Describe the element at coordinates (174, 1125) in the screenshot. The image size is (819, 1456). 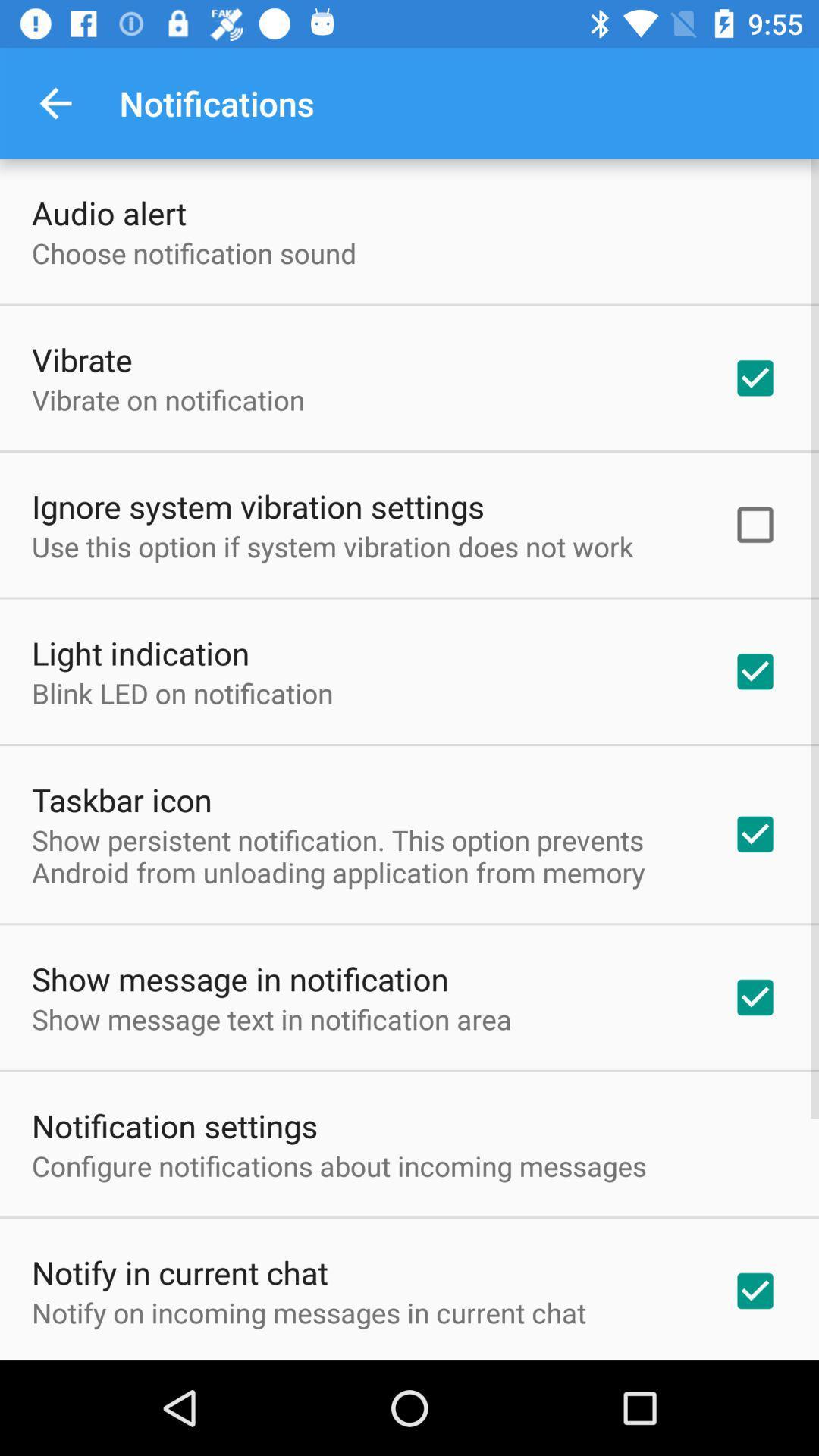
I see `item below show message text item` at that location.